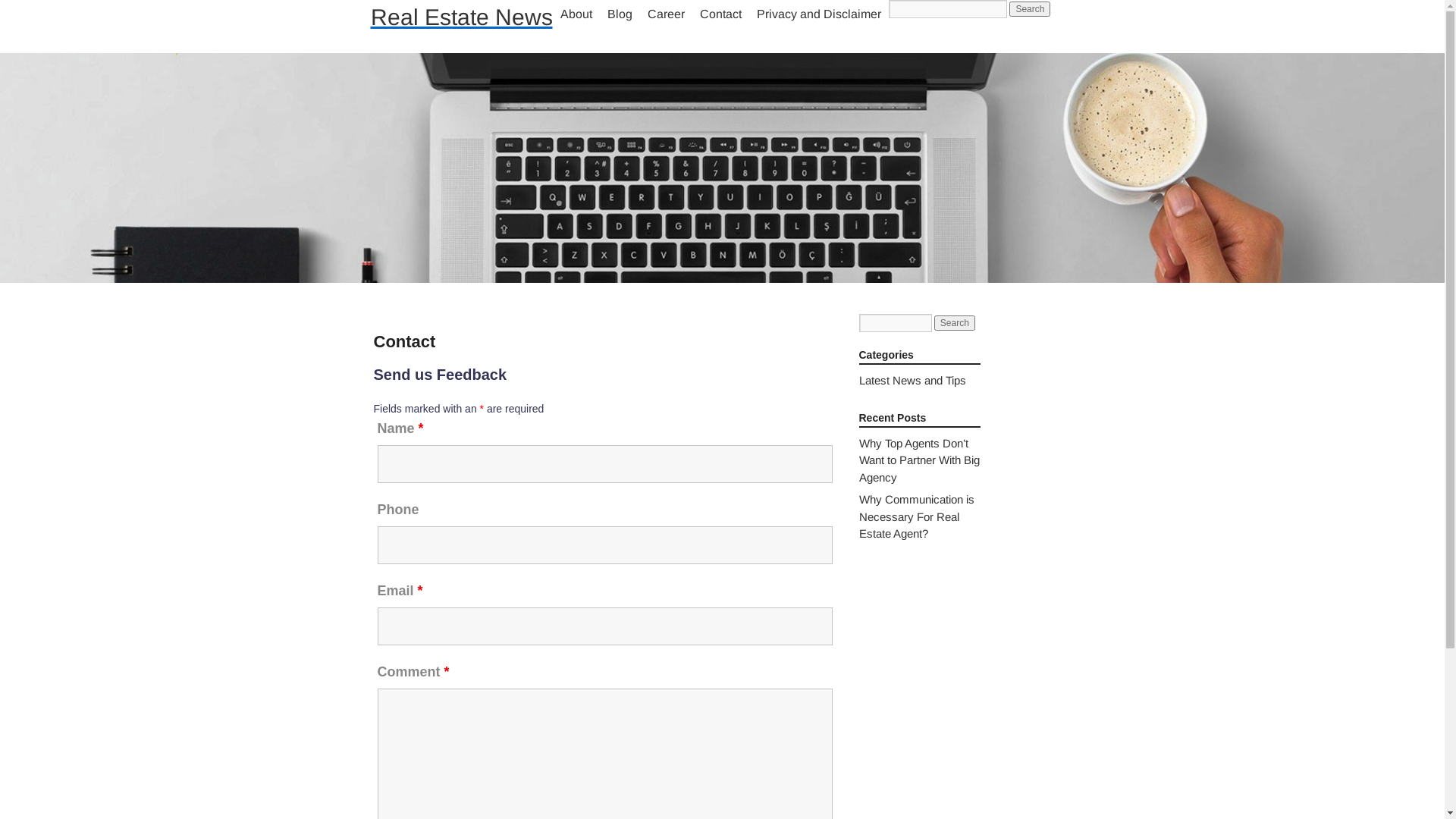  Describe the element at coordinates (1030, 8) in the screenshot. I see `'Search'` at that location.